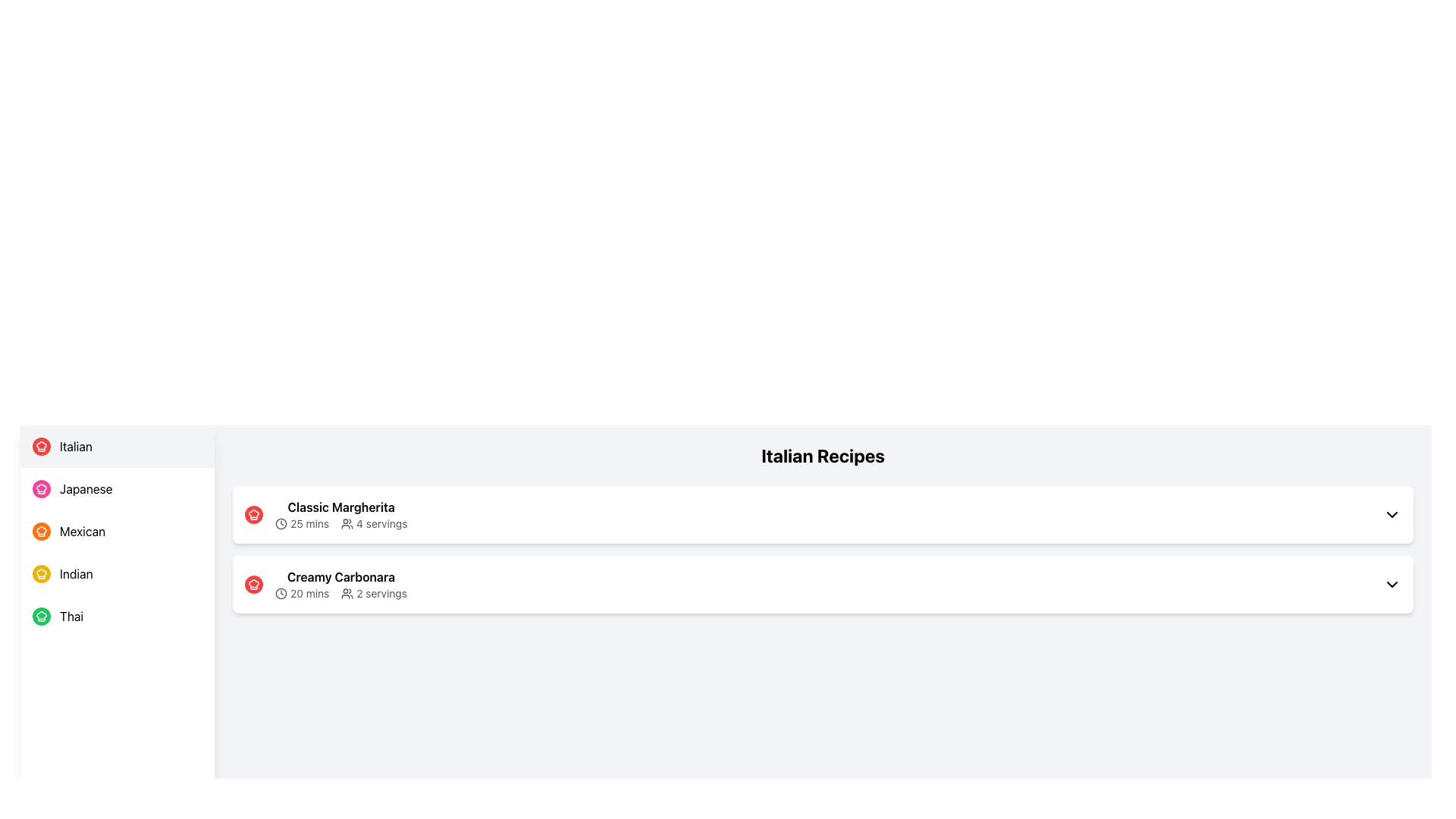  Describe the element at coordinates (325, 584) in the screenshot. I see `the Content Display Section for 'Creamy Carbonara'` at that location.